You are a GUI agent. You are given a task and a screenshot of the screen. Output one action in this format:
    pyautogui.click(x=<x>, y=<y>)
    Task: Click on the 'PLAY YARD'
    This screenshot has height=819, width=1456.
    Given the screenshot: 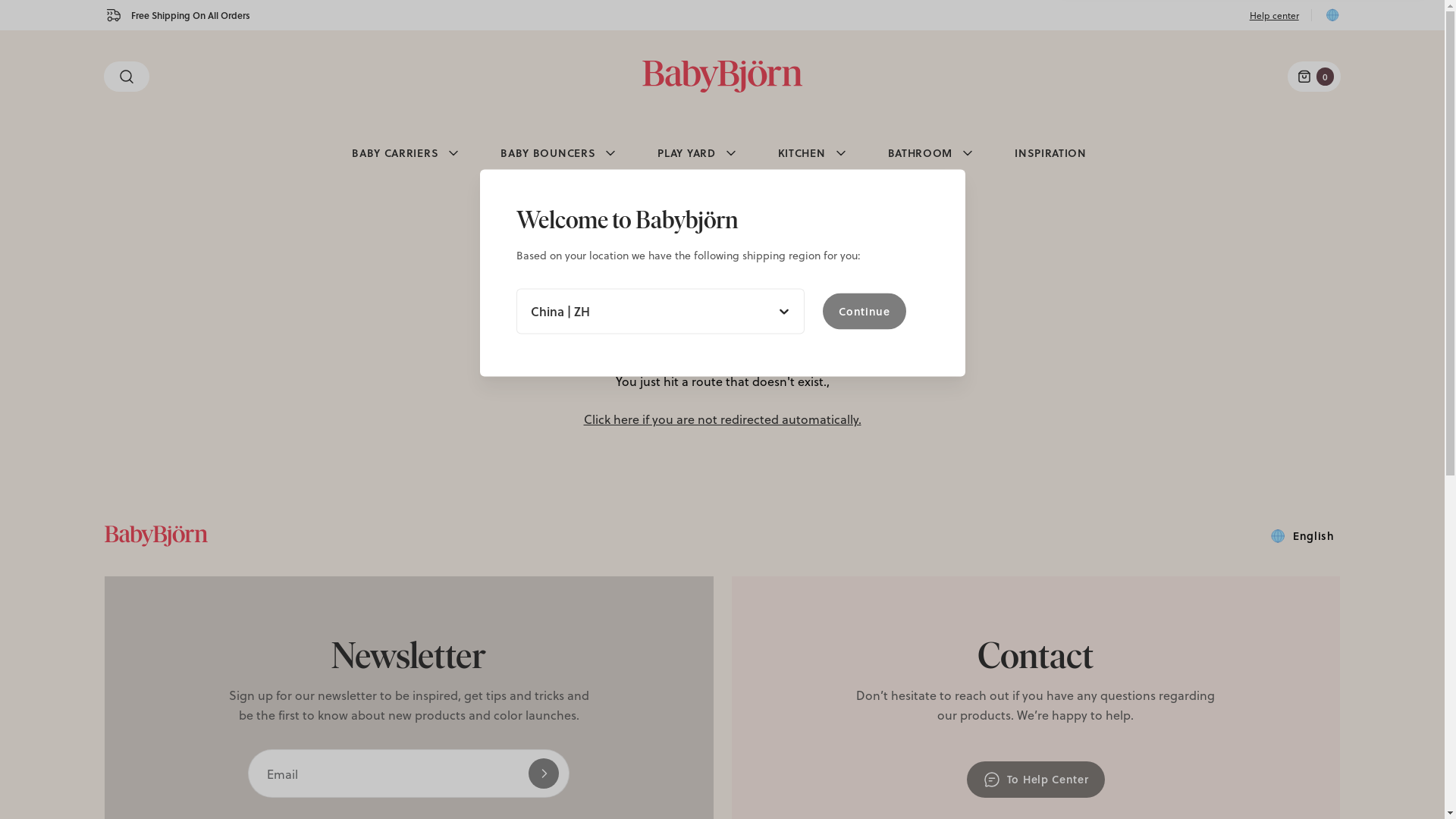 What is the action you would take?
    pyautogui.click(x=698, y=152)
    